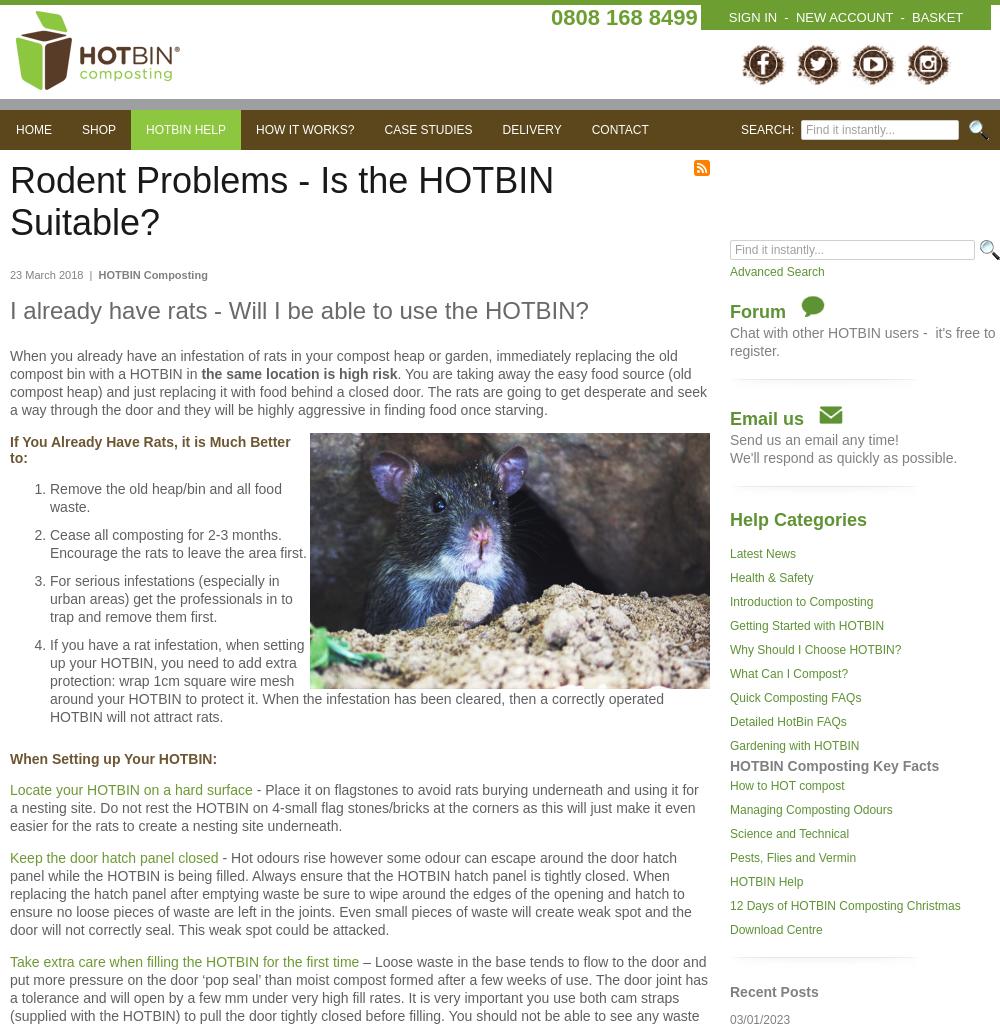  Describe the element at coordinates (795, 698) in the screenshot. I see `'Quick Composting FAQs'` at that location.